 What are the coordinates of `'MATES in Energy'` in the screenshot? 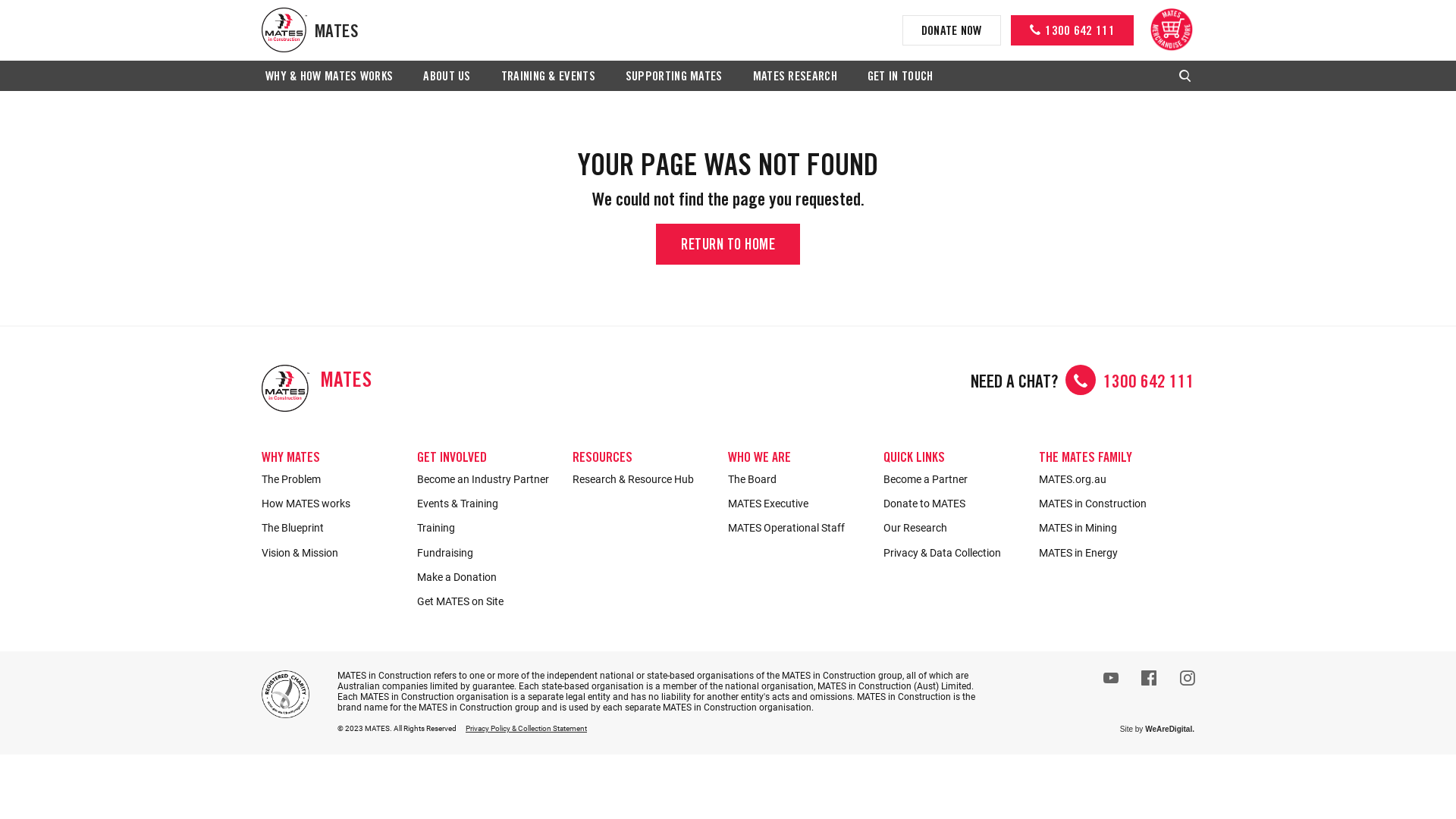 It's located at (1109, 553).